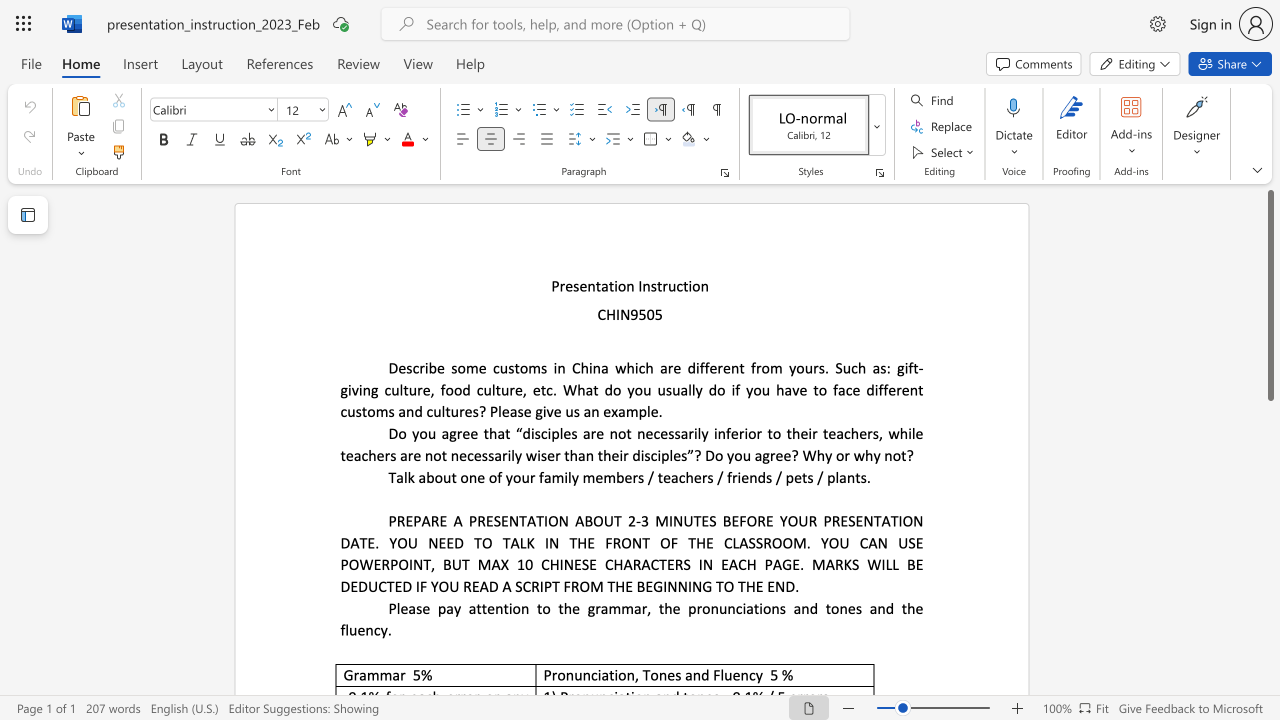 This screenshot has width=1280, height=720. What do you see at coordinates (1269, 570) in the screenshot?
I see `the scrollbar on the right to shift the page lower` at bounding box center [1269, 570].